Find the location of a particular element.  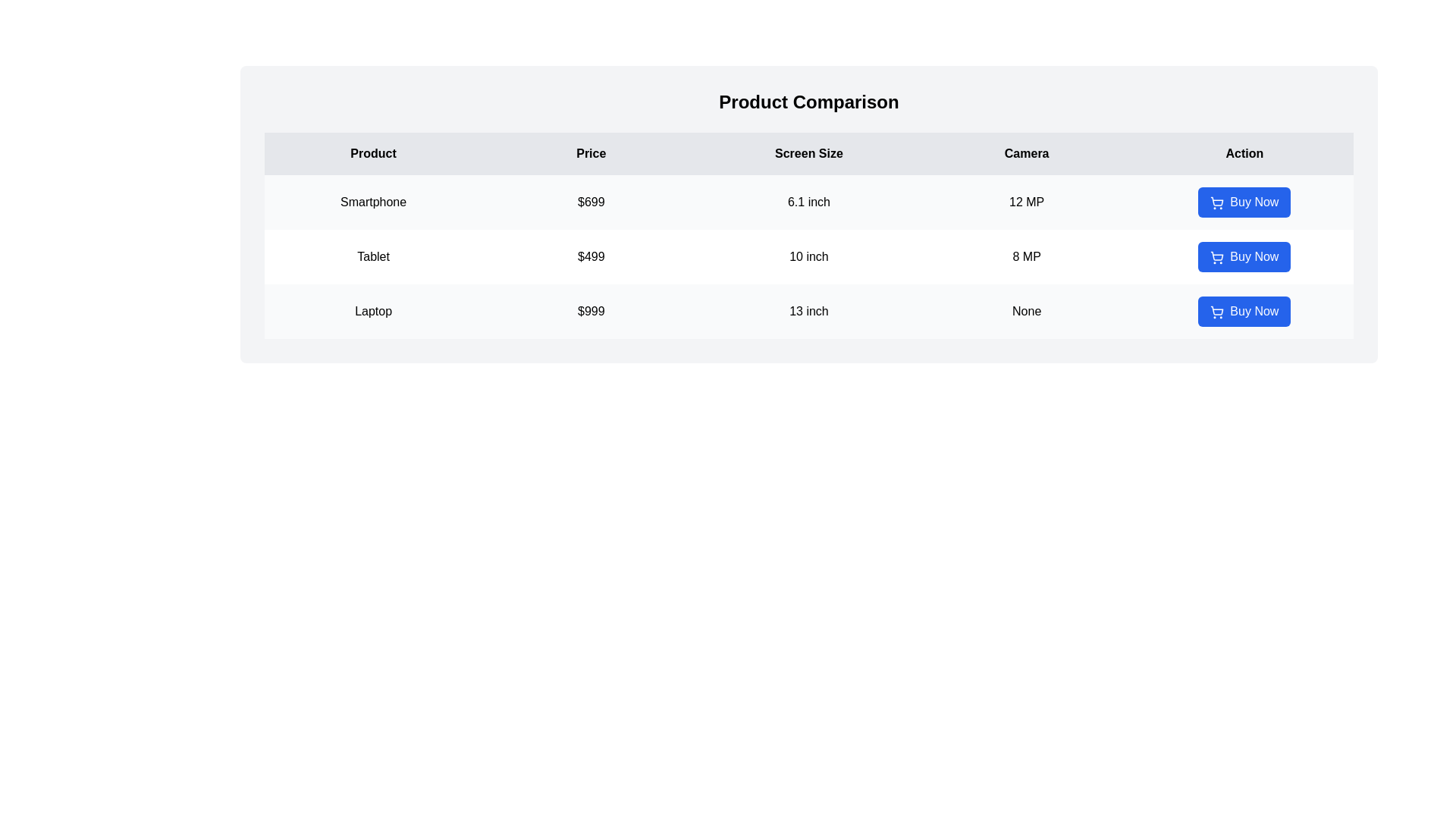

the row corresponding to Laptop for comparison is located at coordinates (808, 311).